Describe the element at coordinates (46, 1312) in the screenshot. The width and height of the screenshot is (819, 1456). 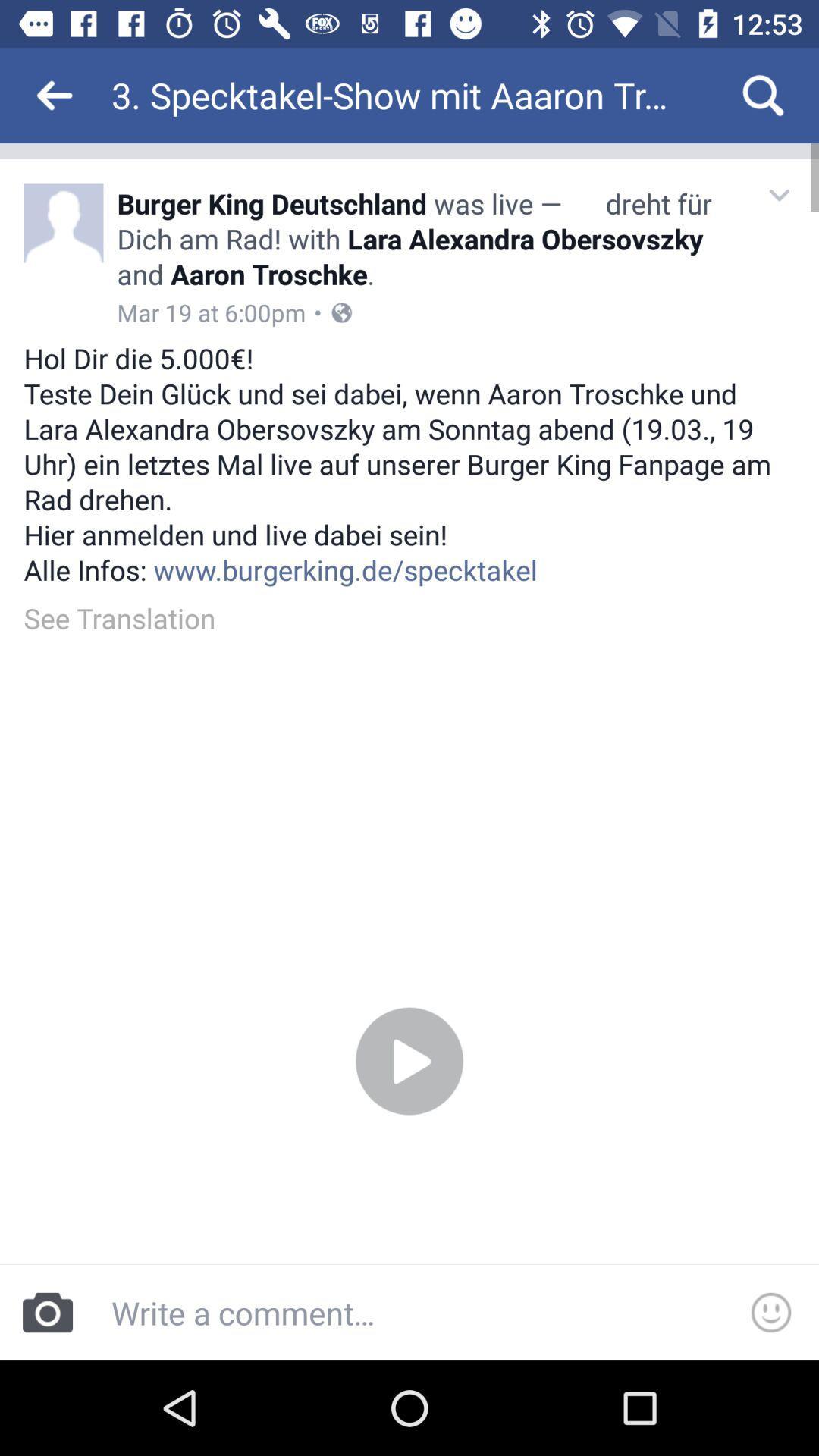
I see `the photo icon` at that location.